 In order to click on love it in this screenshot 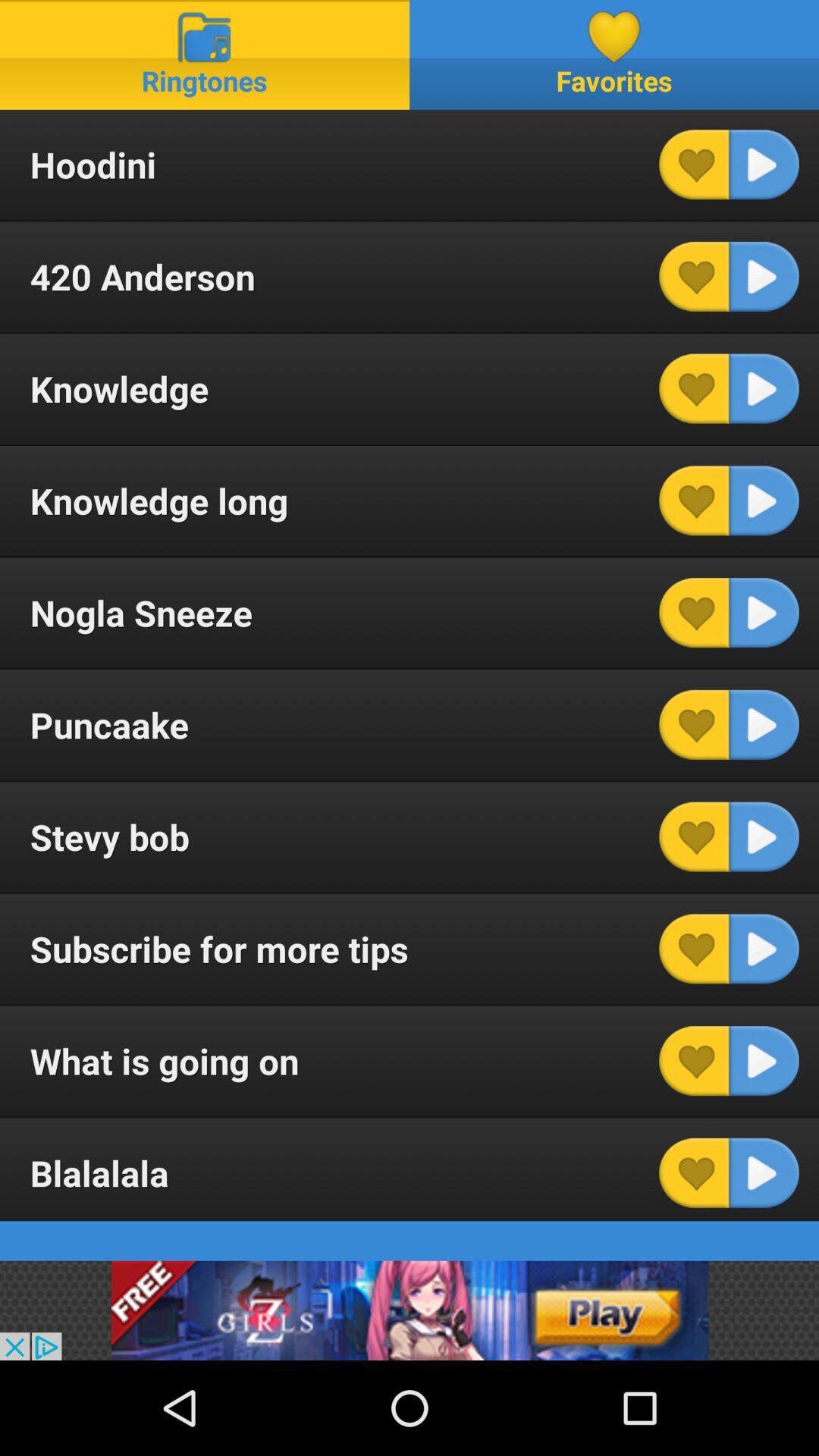, I will do `click(694, 836)`.